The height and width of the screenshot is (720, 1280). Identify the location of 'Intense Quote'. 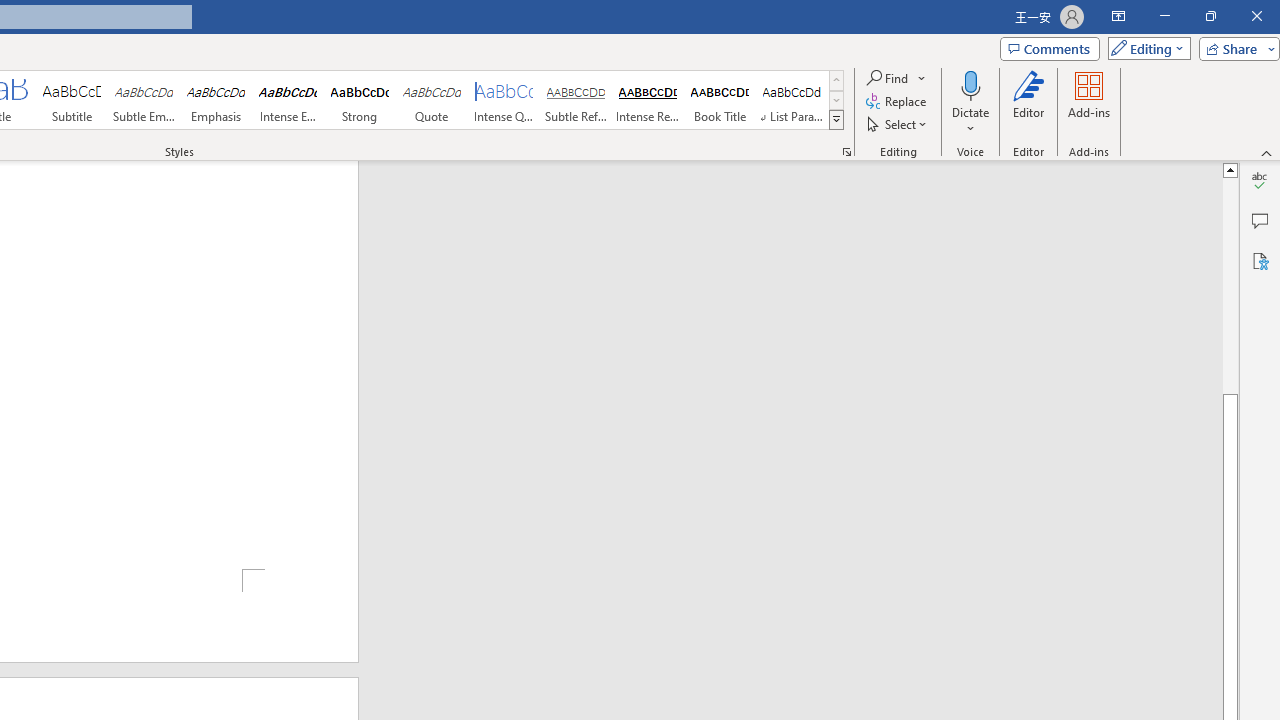
(504, 100).